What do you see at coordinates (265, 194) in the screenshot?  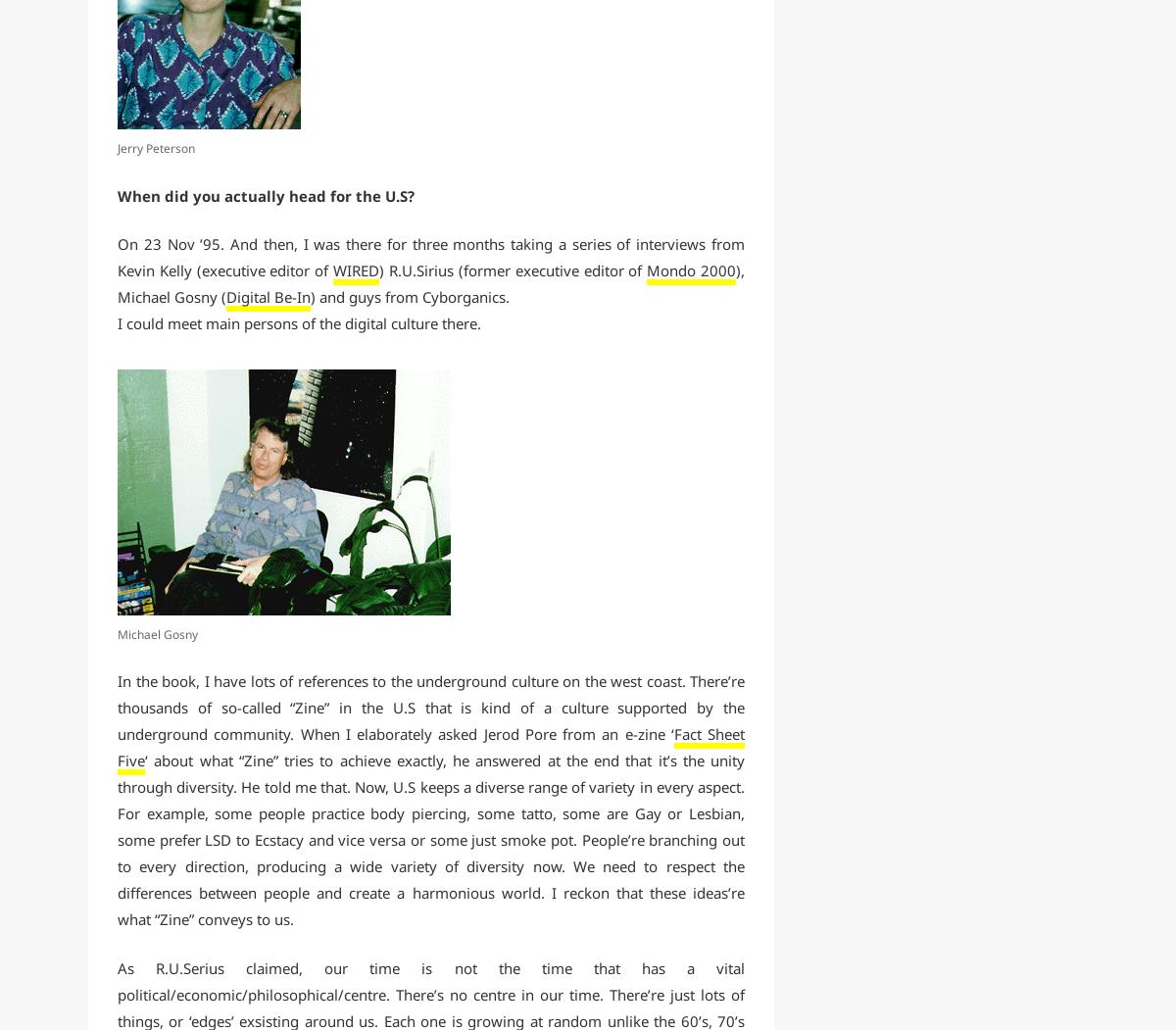 I see `'When did you actually head for the U.S?'` at bounding box center [265, 194].